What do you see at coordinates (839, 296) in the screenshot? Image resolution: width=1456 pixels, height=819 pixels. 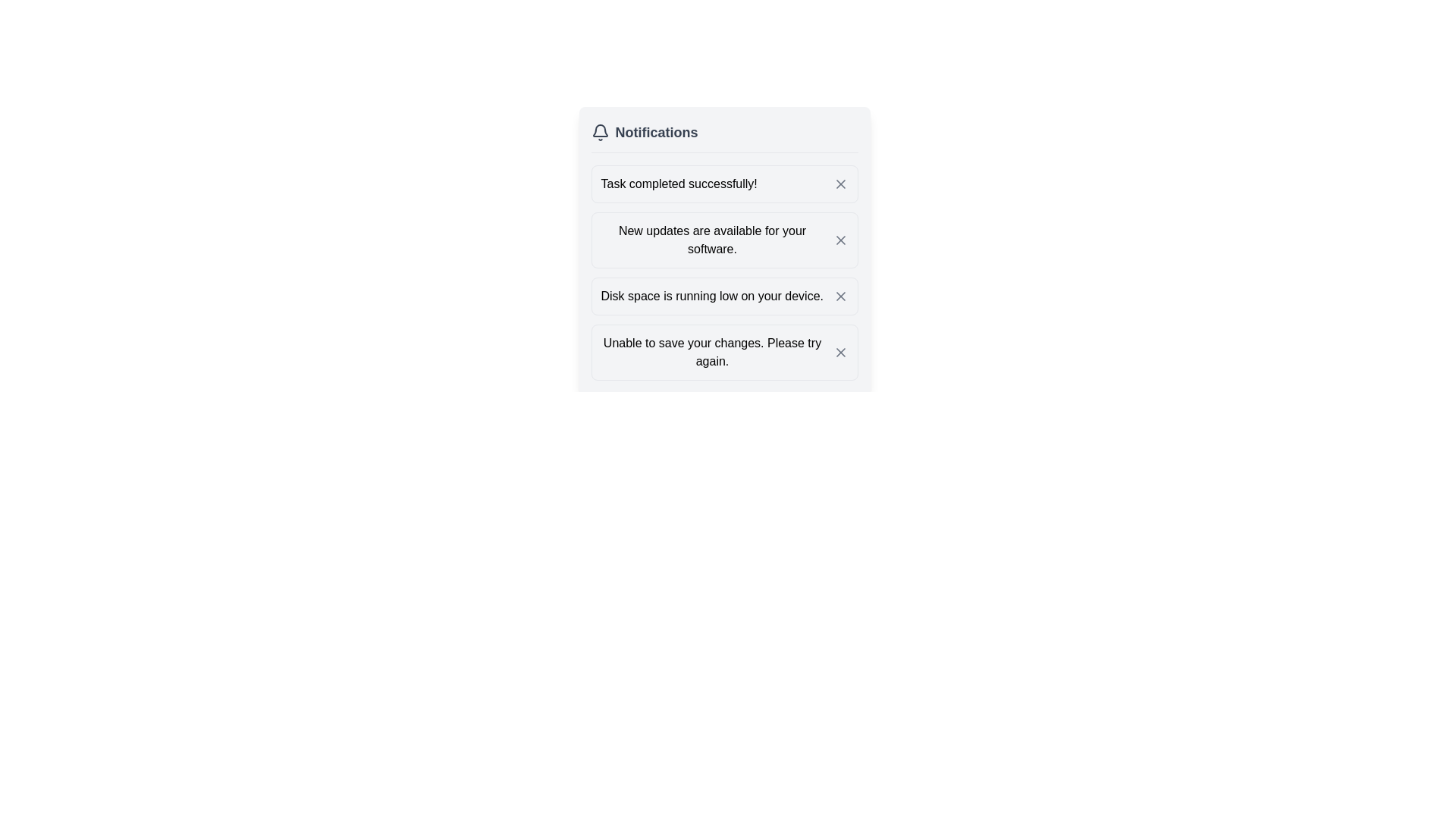 I see `the close button ('X') in the top-right corner of the notification labeled 'Disk space is running low on your device.'` at bounding box center [839, 296].